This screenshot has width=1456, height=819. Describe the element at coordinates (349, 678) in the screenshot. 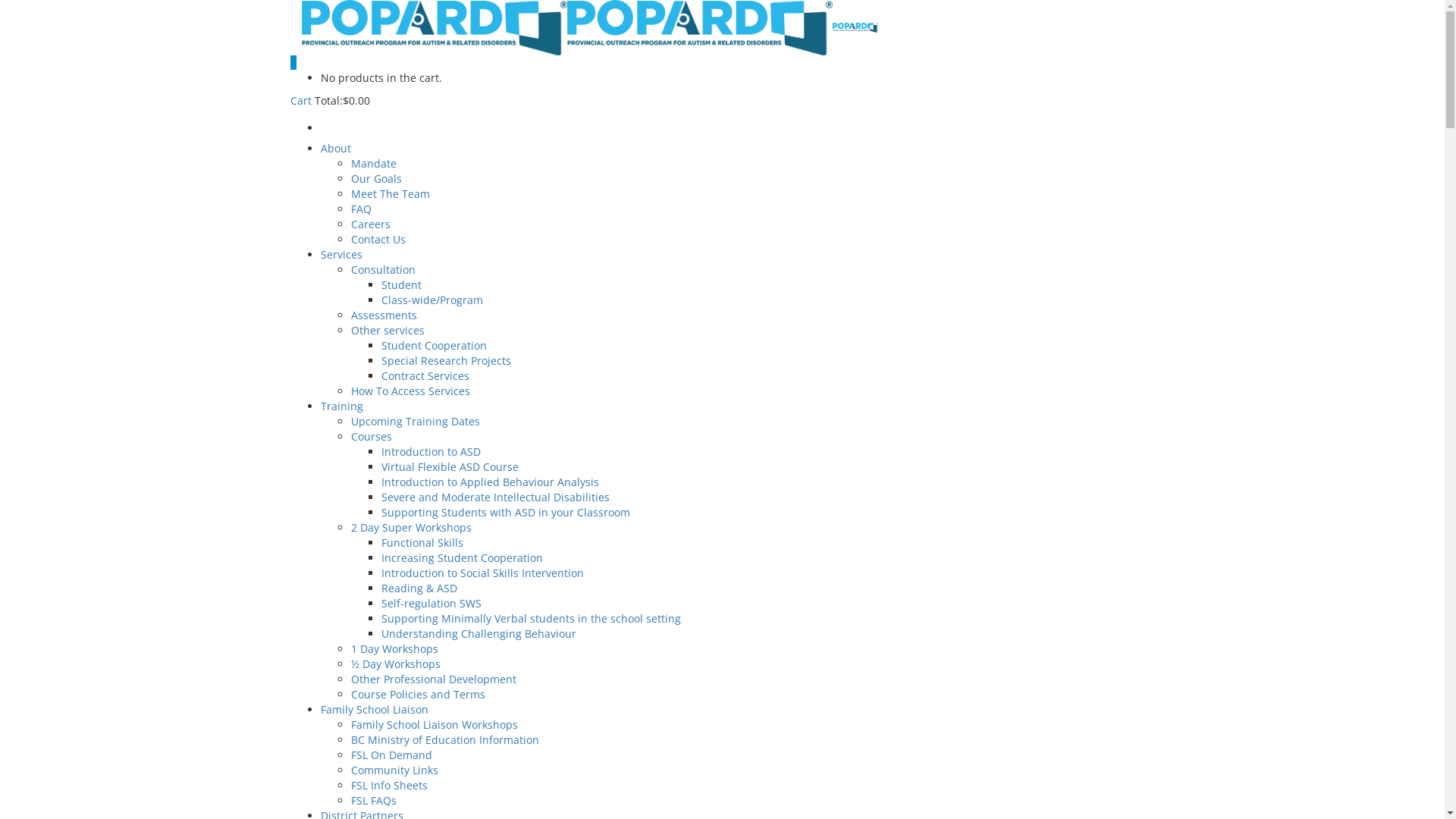

I see `'Other Professional Development'` at that location.